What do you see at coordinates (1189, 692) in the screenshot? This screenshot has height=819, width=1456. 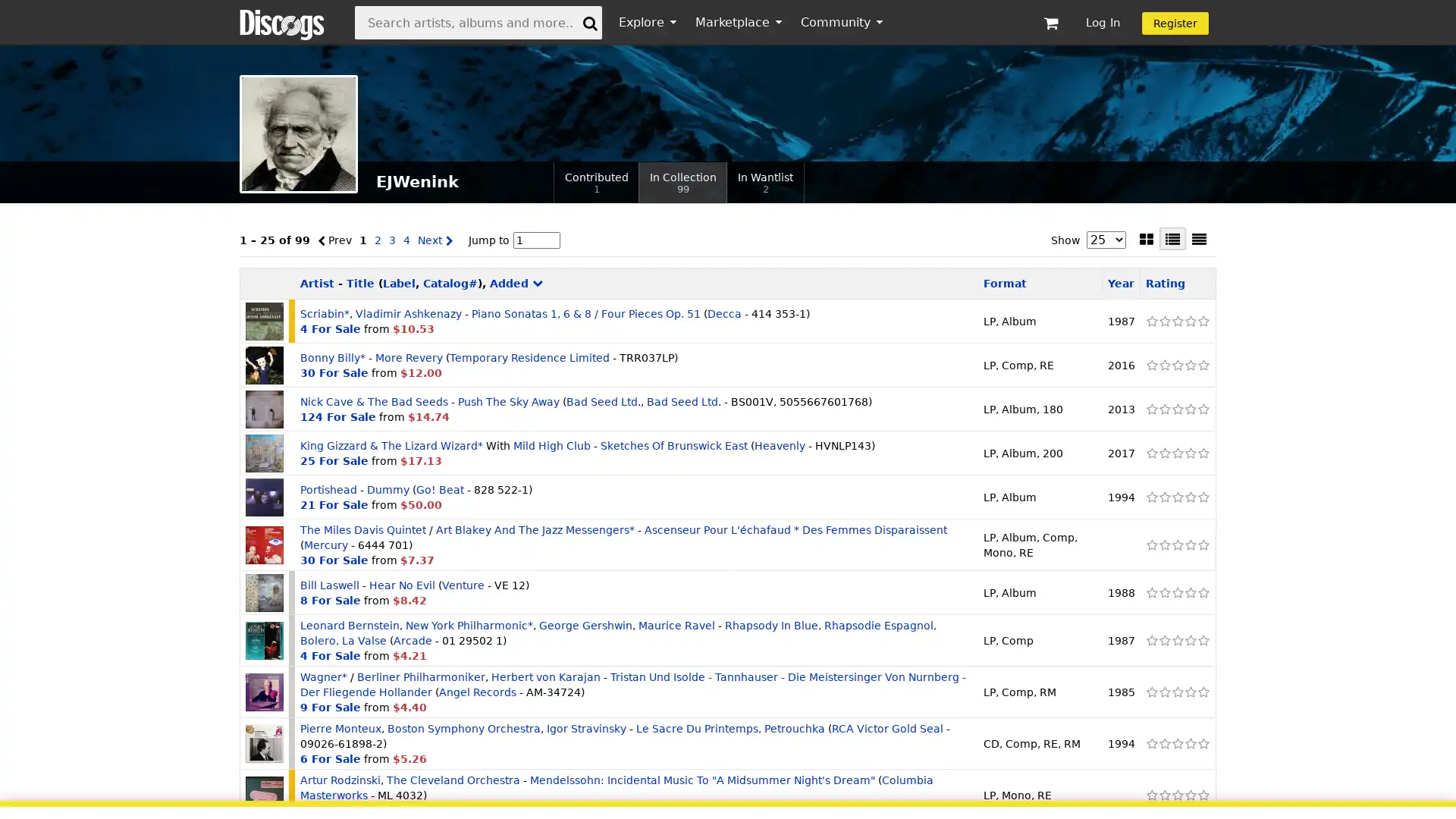 I see `Rate this release 4 stars.` at bounding box center [1189, 692].